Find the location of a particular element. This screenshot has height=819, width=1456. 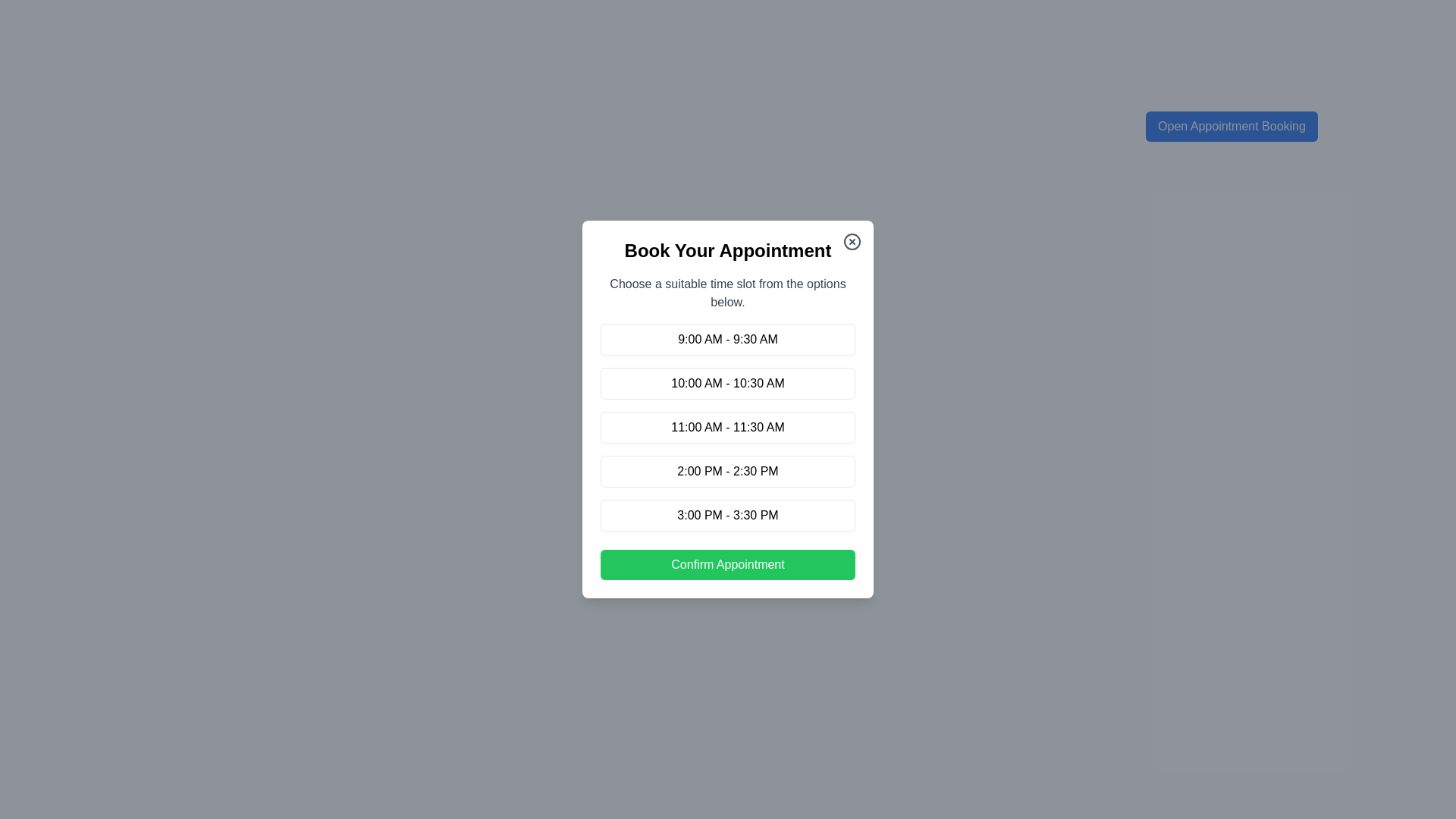

the text label indicating the specific time range available for appointment booking, located in the fifth selectable time slot of the appointment selection modal is located at coordinates (728, 514).